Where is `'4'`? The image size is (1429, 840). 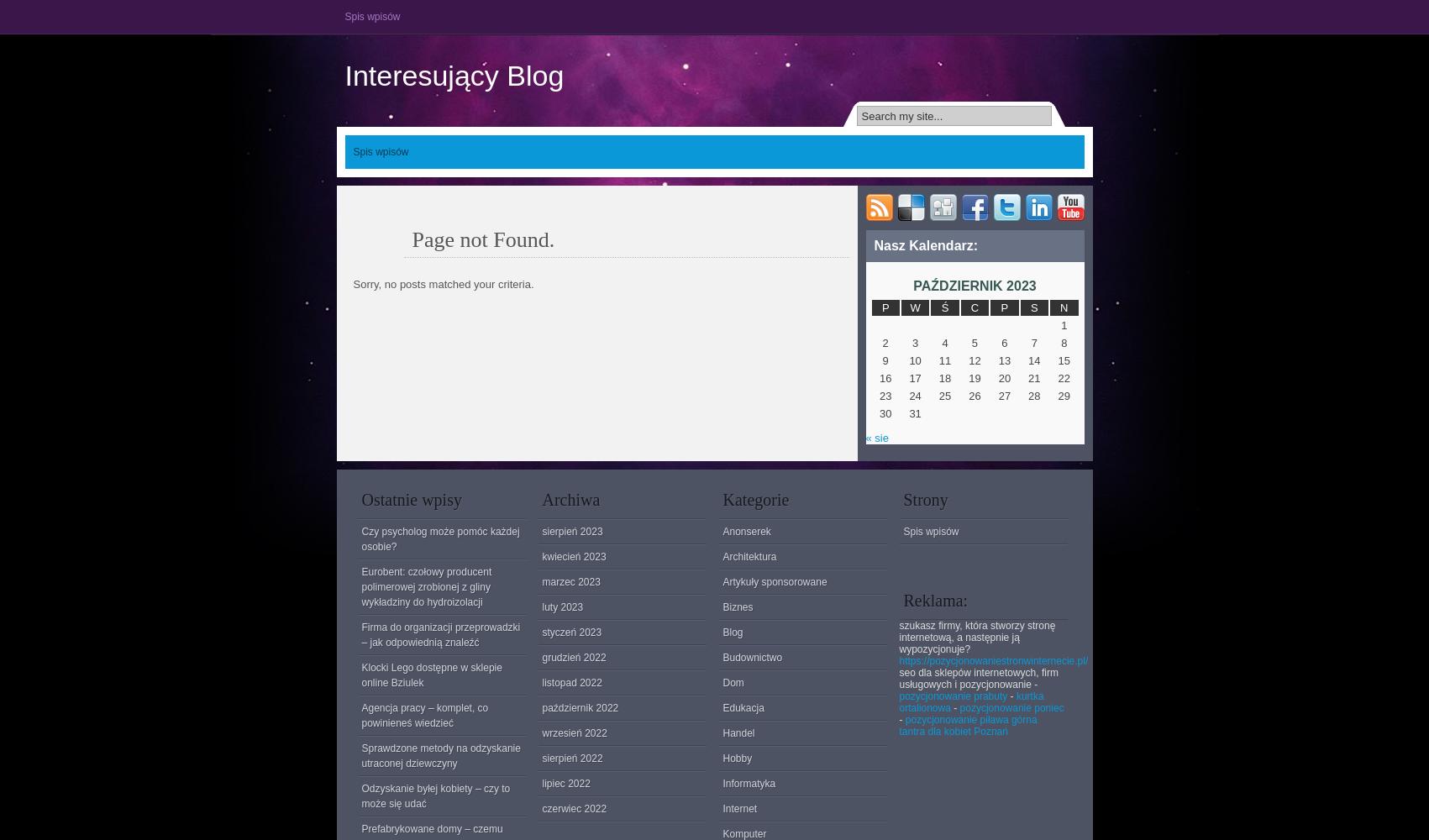 '4' is located at coordinates (943, 343).